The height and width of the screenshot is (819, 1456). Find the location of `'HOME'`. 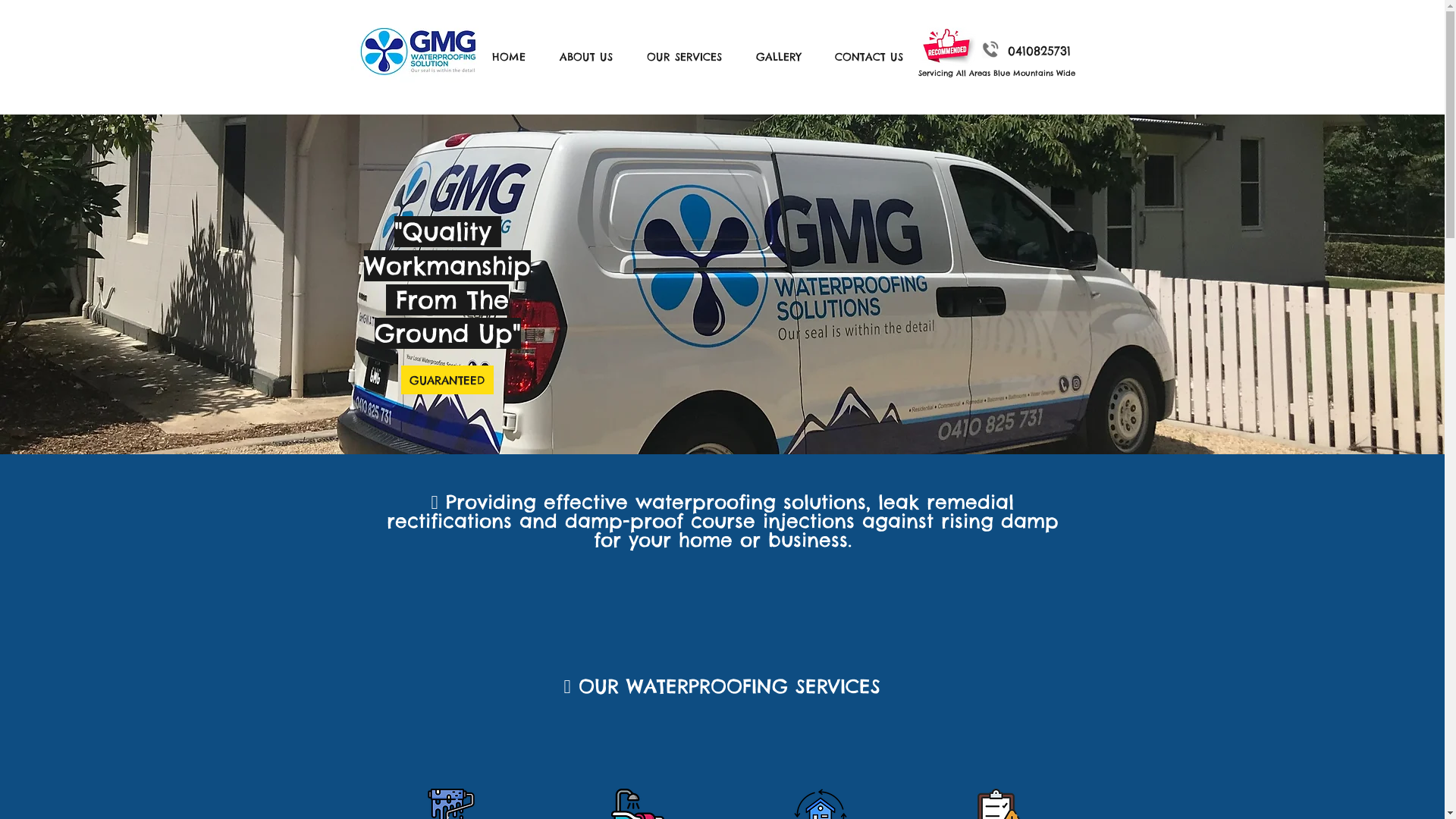

'HOME' is located at coordinates (479, 55).